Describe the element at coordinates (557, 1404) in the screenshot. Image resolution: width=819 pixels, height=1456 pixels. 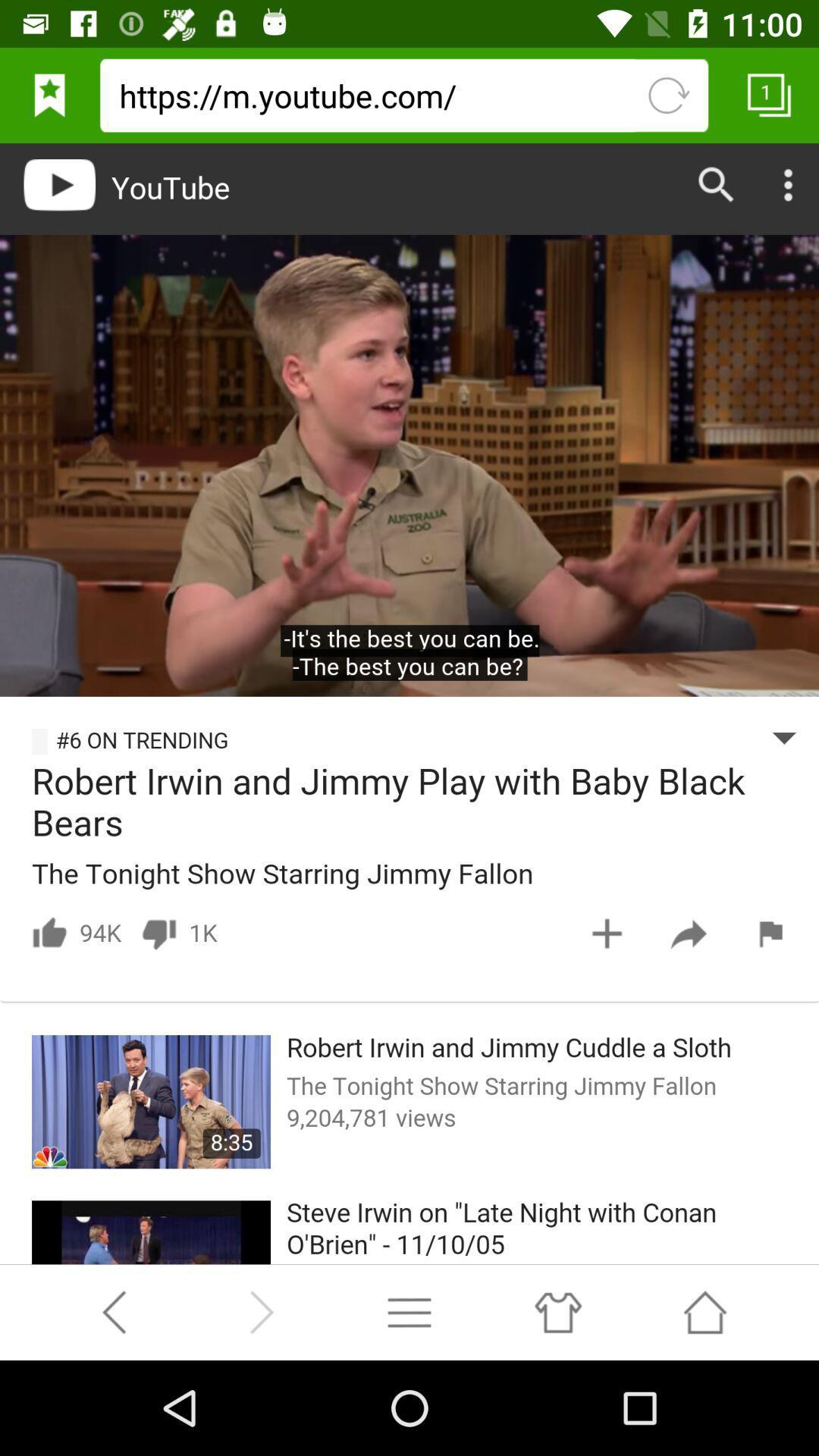
I see `the group icon` at that location.